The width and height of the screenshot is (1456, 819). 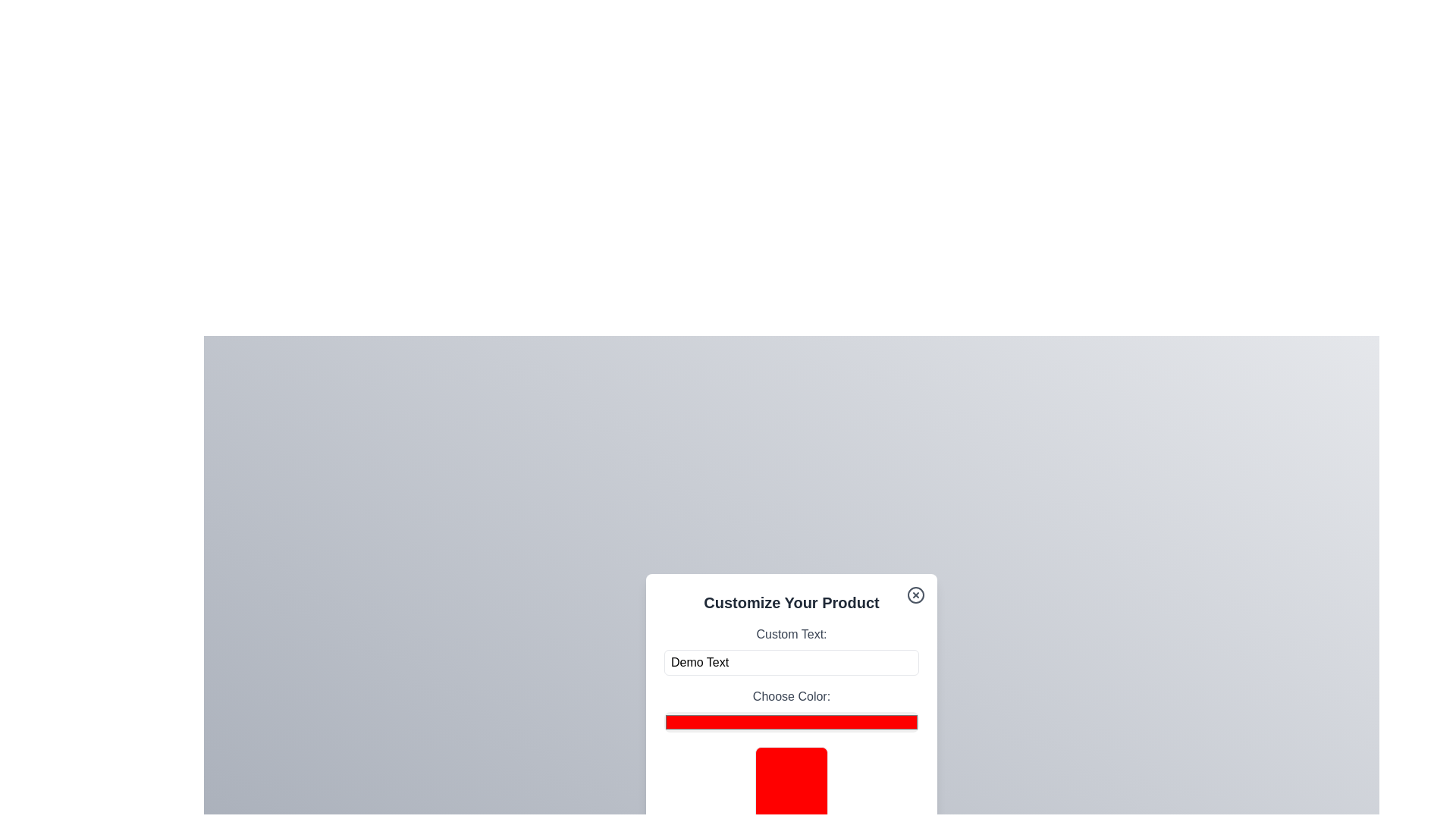 What do you see at coordinates (790, 721) in the screenshot?
I see `the color picker to a specific color value 3821040` at bounding box center [790, 721].